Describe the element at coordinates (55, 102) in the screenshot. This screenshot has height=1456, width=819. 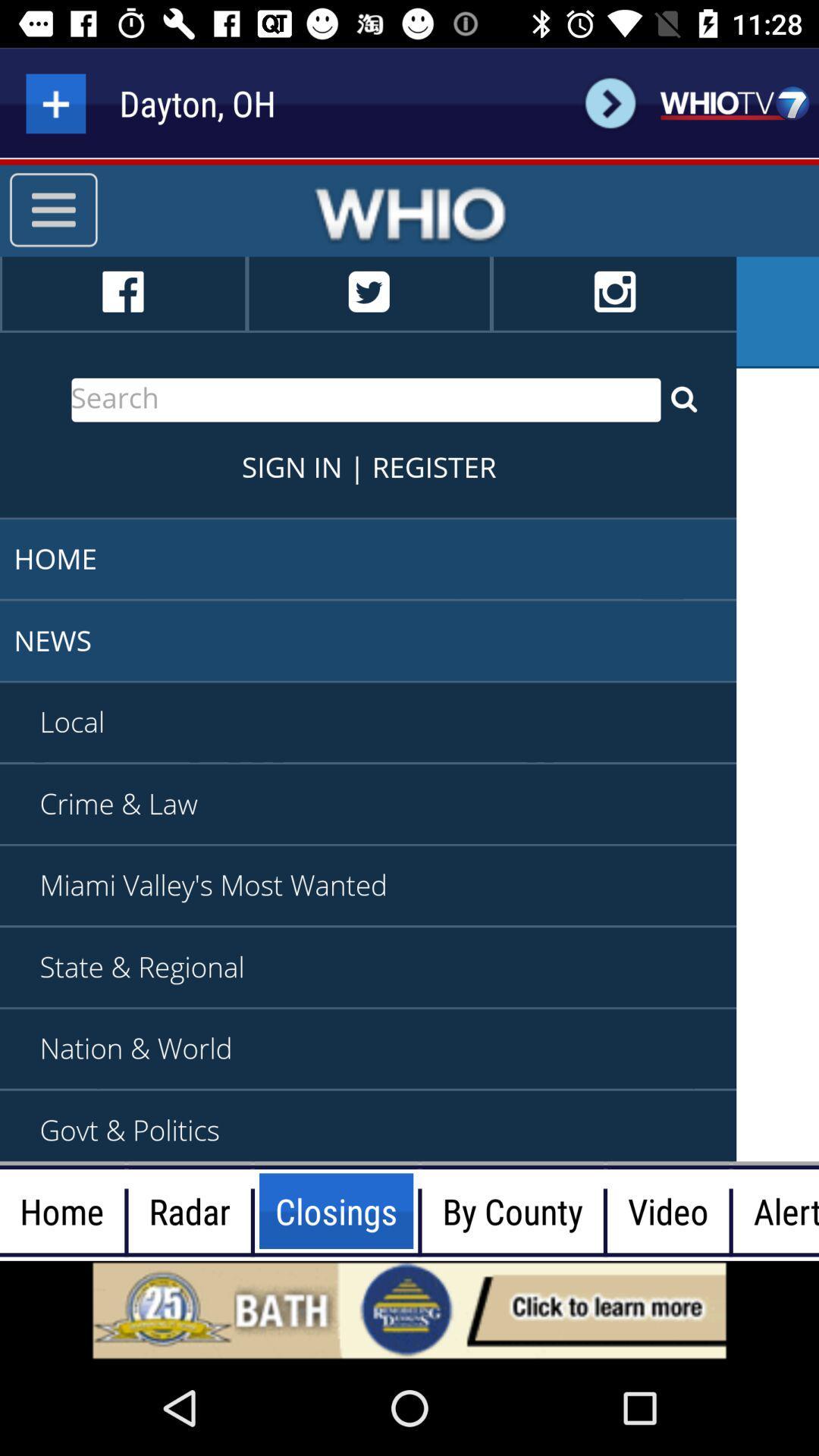
I see `the add icon` at that location.